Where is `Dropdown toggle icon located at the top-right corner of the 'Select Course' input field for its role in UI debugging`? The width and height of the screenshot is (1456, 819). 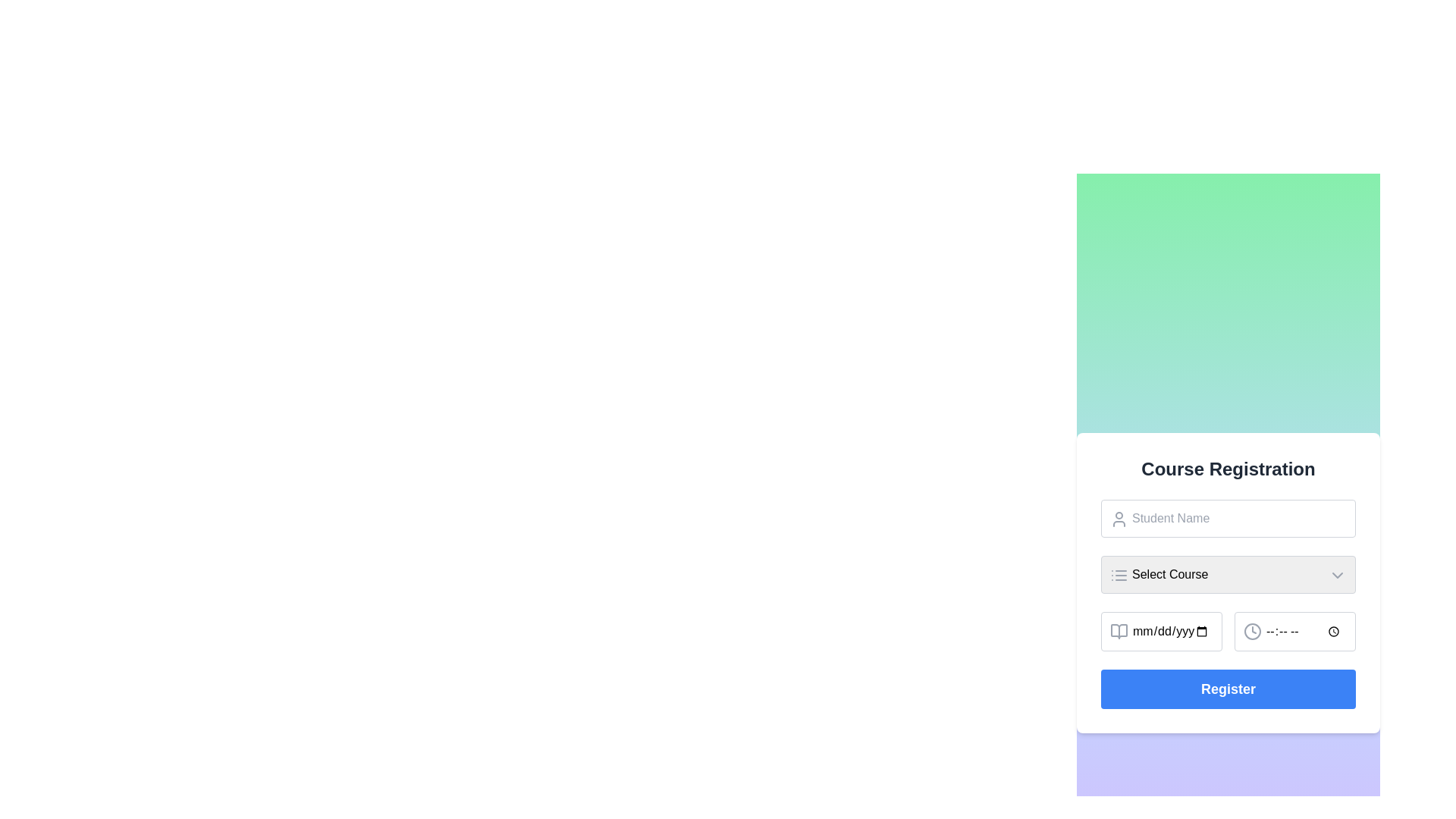 Dropdown toggle icon located at the top-right corner of the 'Select Course' input field for its role in UI debugging is located at coordinates (1337, 576).